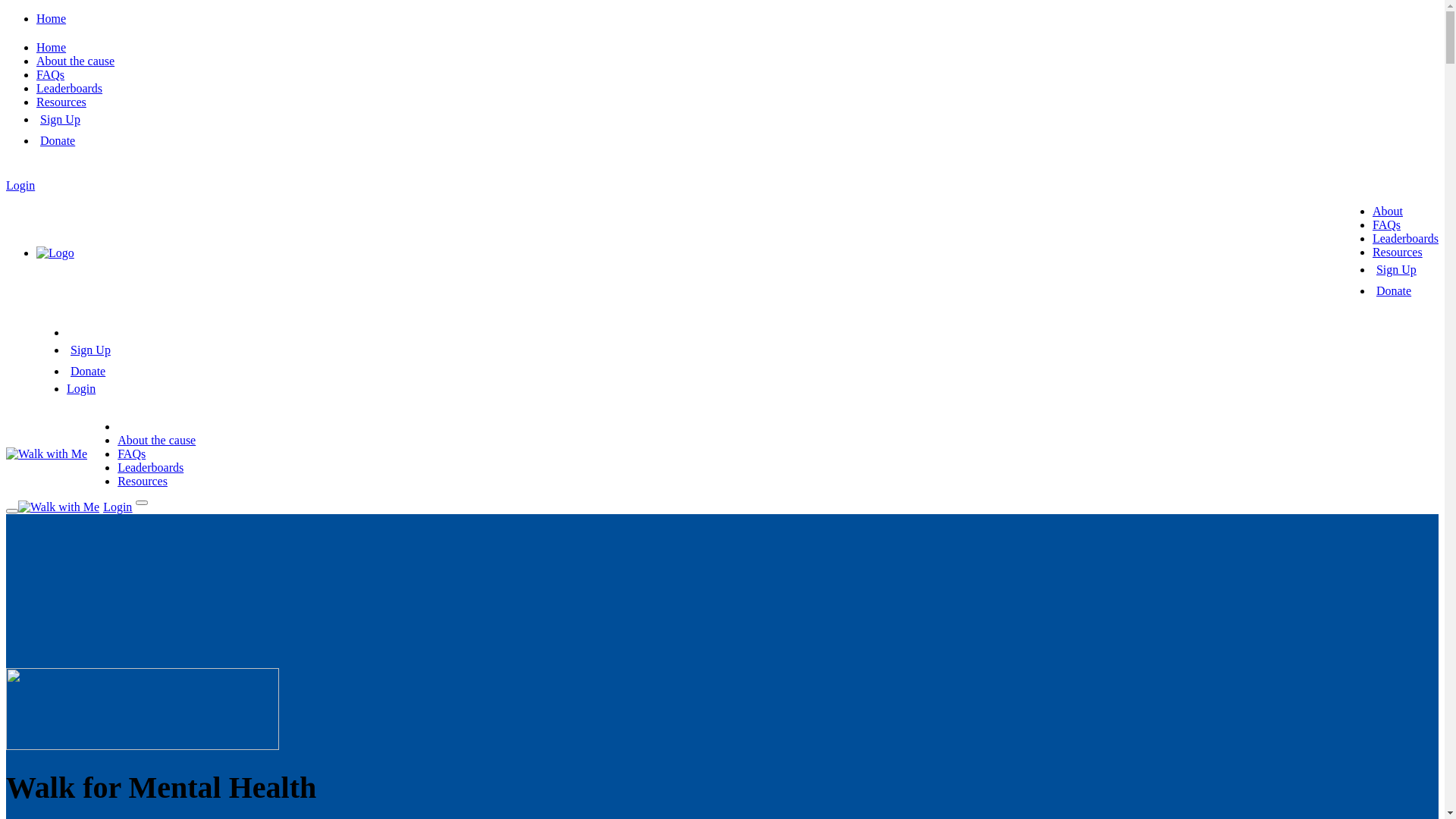  I want to click on 'Sign Up', so click(60, 118).